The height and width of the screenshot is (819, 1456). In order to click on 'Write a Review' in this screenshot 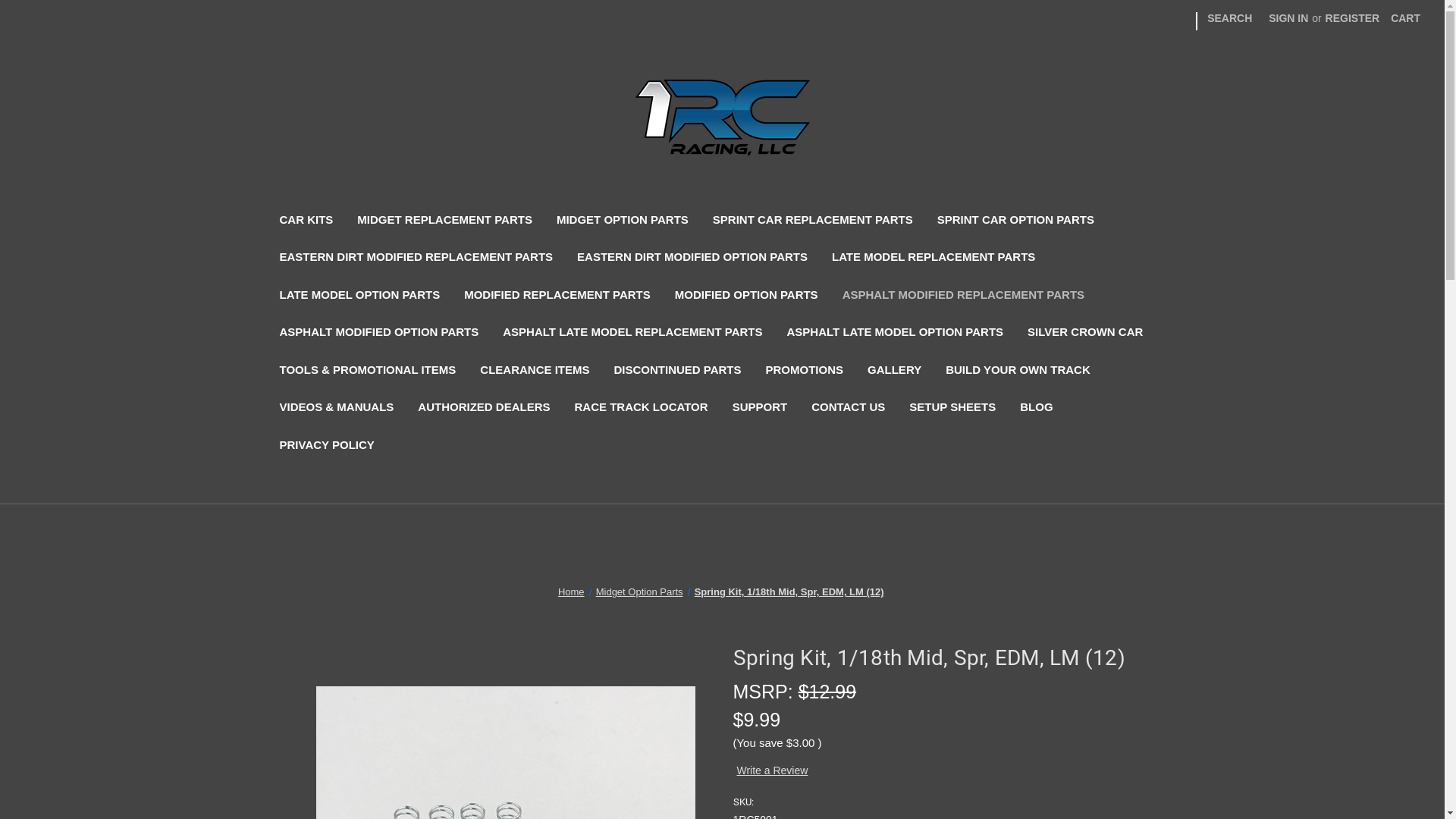, I will do `click(736, 770)`.